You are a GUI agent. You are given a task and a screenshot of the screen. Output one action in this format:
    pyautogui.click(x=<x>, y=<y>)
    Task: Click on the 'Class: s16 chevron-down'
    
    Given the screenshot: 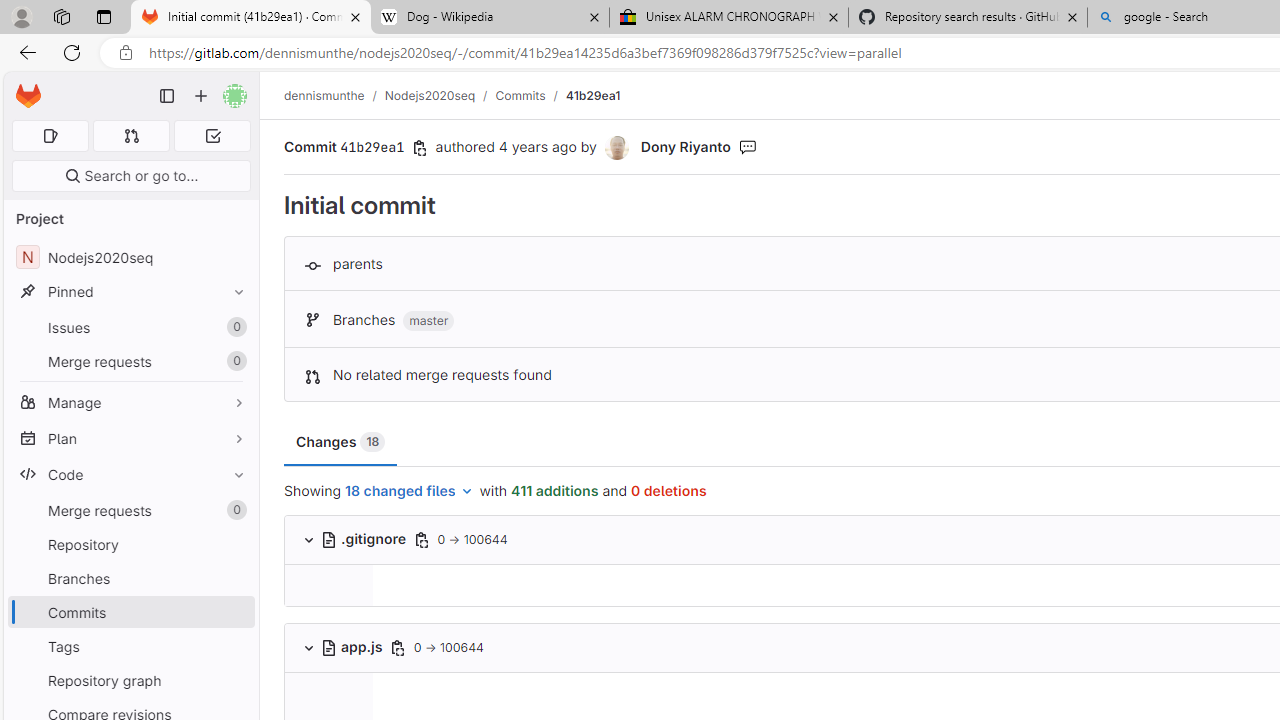 What is the action you would take?
    pyautogui.click(x=308, y=647)
    